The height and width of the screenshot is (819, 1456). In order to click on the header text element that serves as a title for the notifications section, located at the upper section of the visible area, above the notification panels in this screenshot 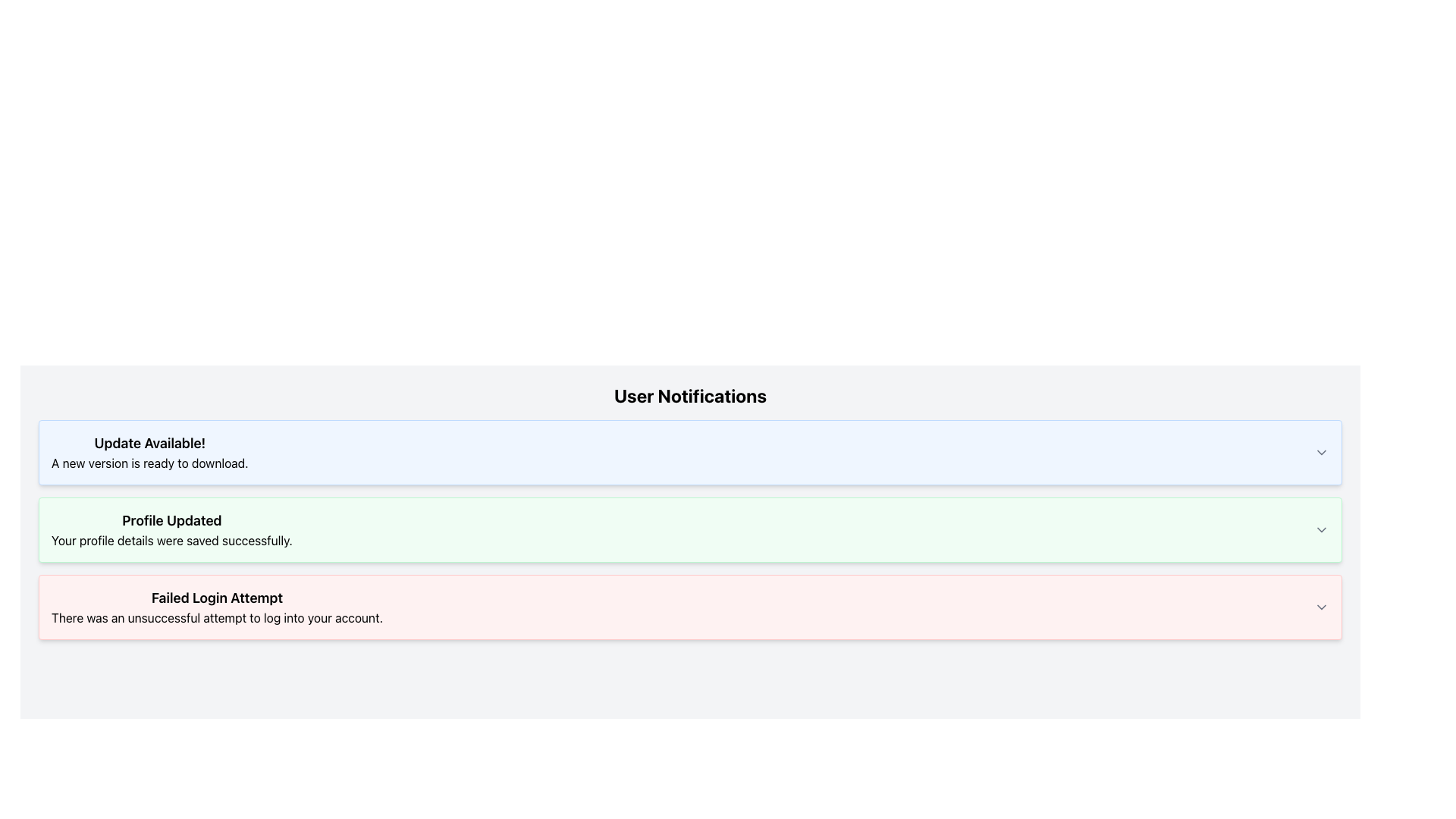, I will do `click(689, 394)`.